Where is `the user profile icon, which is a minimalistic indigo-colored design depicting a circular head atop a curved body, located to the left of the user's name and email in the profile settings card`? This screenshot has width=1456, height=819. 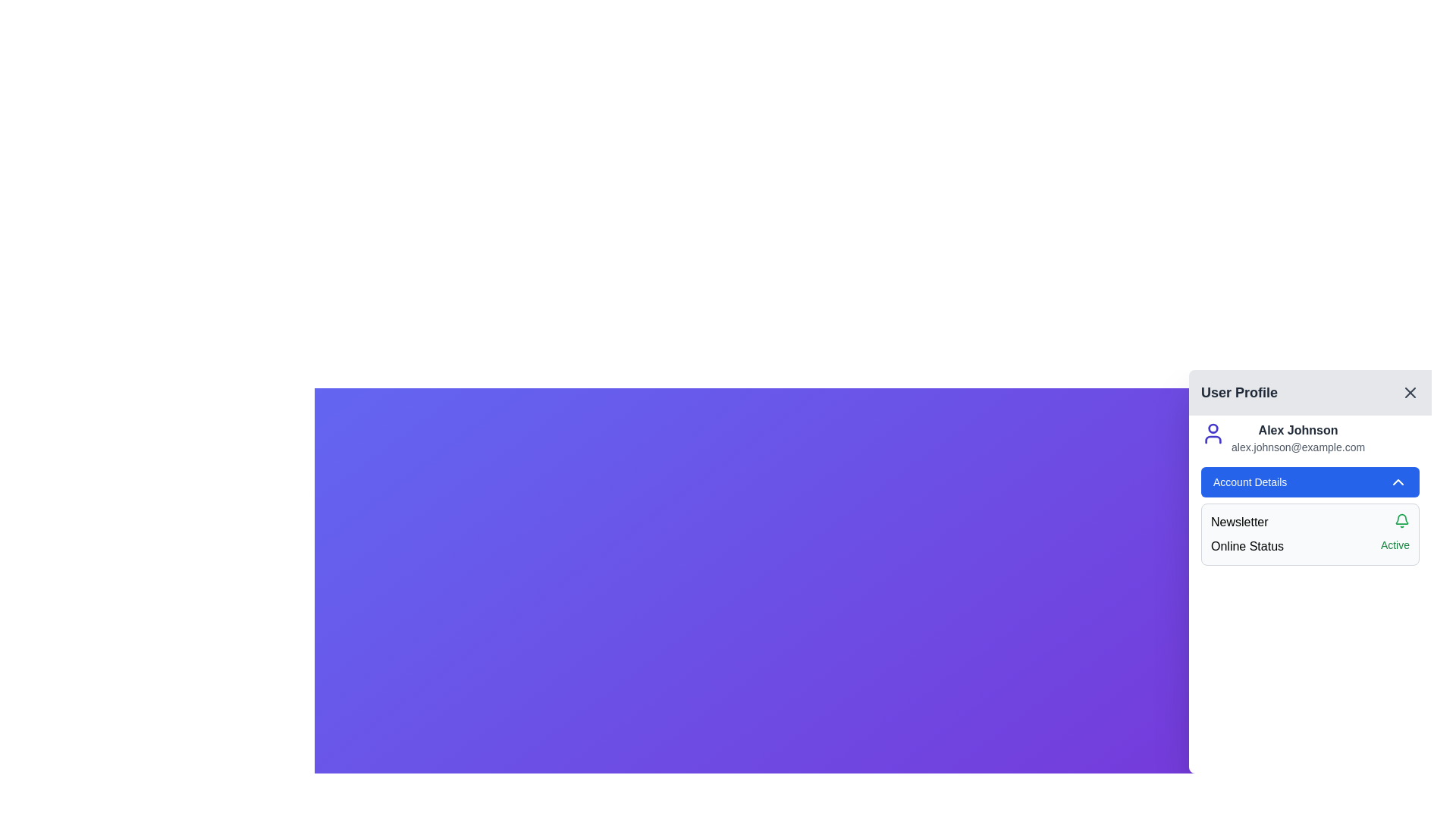 the user profile icon, which is a minimalistic indigo-colored design depicting a circular head atop a curved body, located to the left of the user's name and email in the profile settings card is located at coordinates (1212, 433).